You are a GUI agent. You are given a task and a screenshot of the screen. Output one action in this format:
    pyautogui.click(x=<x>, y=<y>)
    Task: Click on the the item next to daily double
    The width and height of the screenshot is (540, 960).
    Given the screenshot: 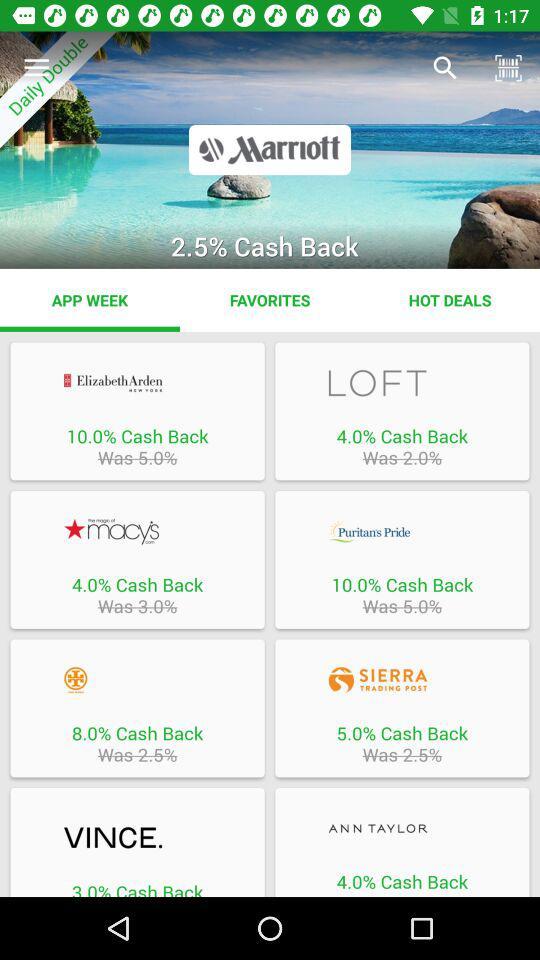 What is the action you would take?
    pyautogui.click(x=445, y=68)
    